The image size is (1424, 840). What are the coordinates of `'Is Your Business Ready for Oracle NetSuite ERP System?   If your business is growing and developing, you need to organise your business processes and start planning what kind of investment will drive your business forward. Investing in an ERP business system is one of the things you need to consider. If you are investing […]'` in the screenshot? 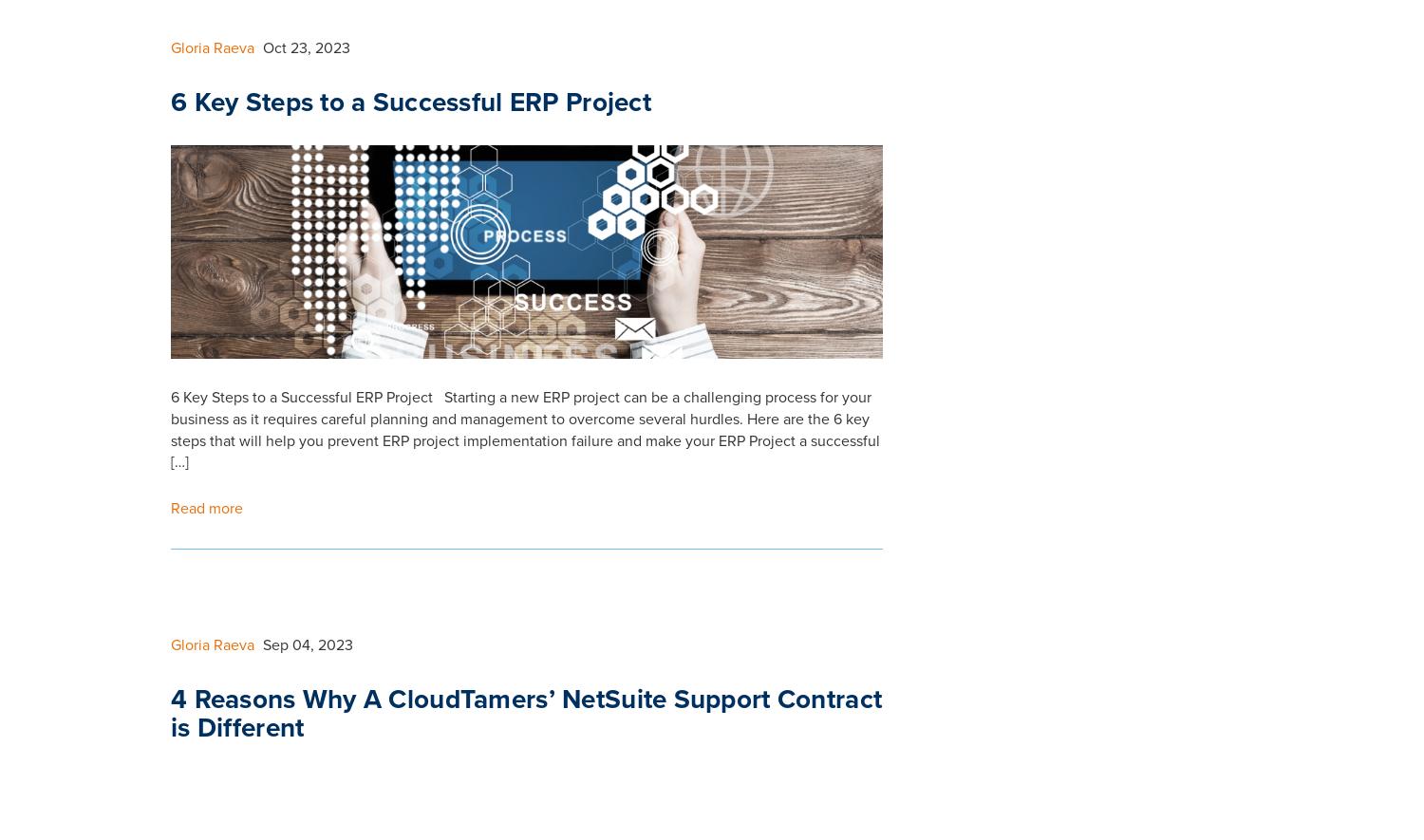 It's located at (522, 445).